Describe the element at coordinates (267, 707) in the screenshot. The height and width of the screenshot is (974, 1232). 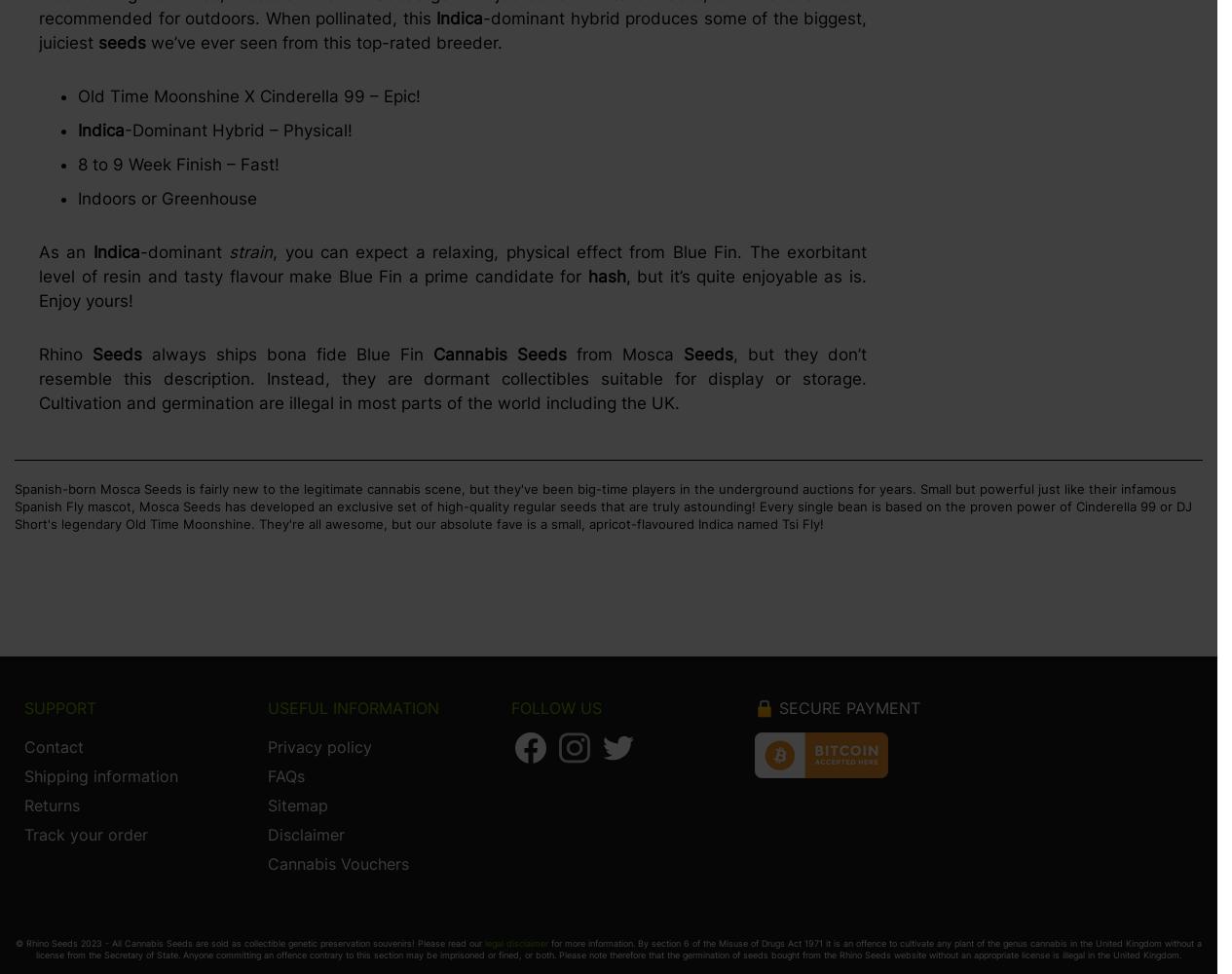
I see `'Useful information'` at that location.